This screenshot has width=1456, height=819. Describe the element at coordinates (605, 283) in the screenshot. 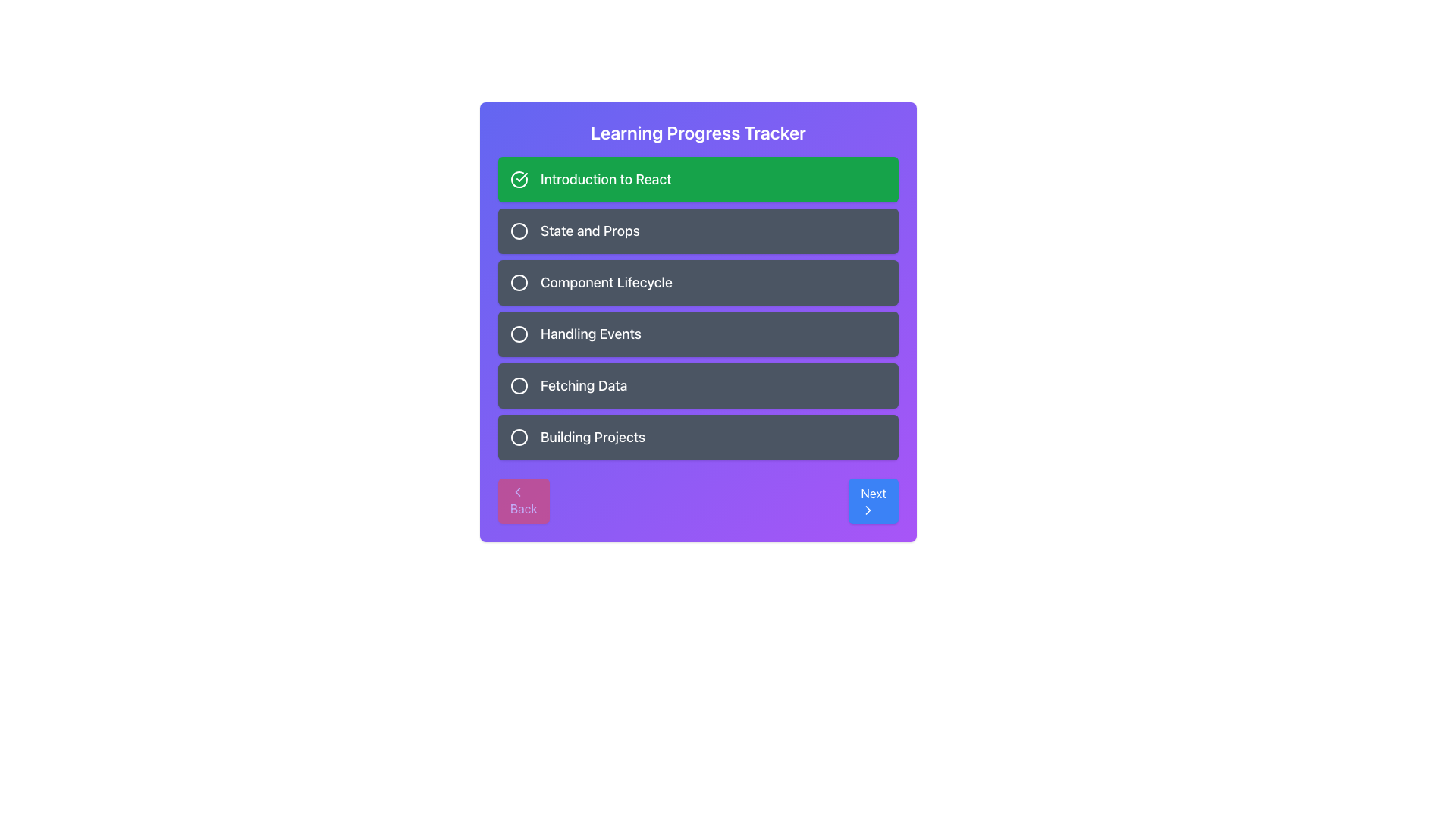

I see `text content of the third option in the vertical list of progress steps within the learning progress tracker card, located between 'State and Props' and 'Handling Events'` at that location.